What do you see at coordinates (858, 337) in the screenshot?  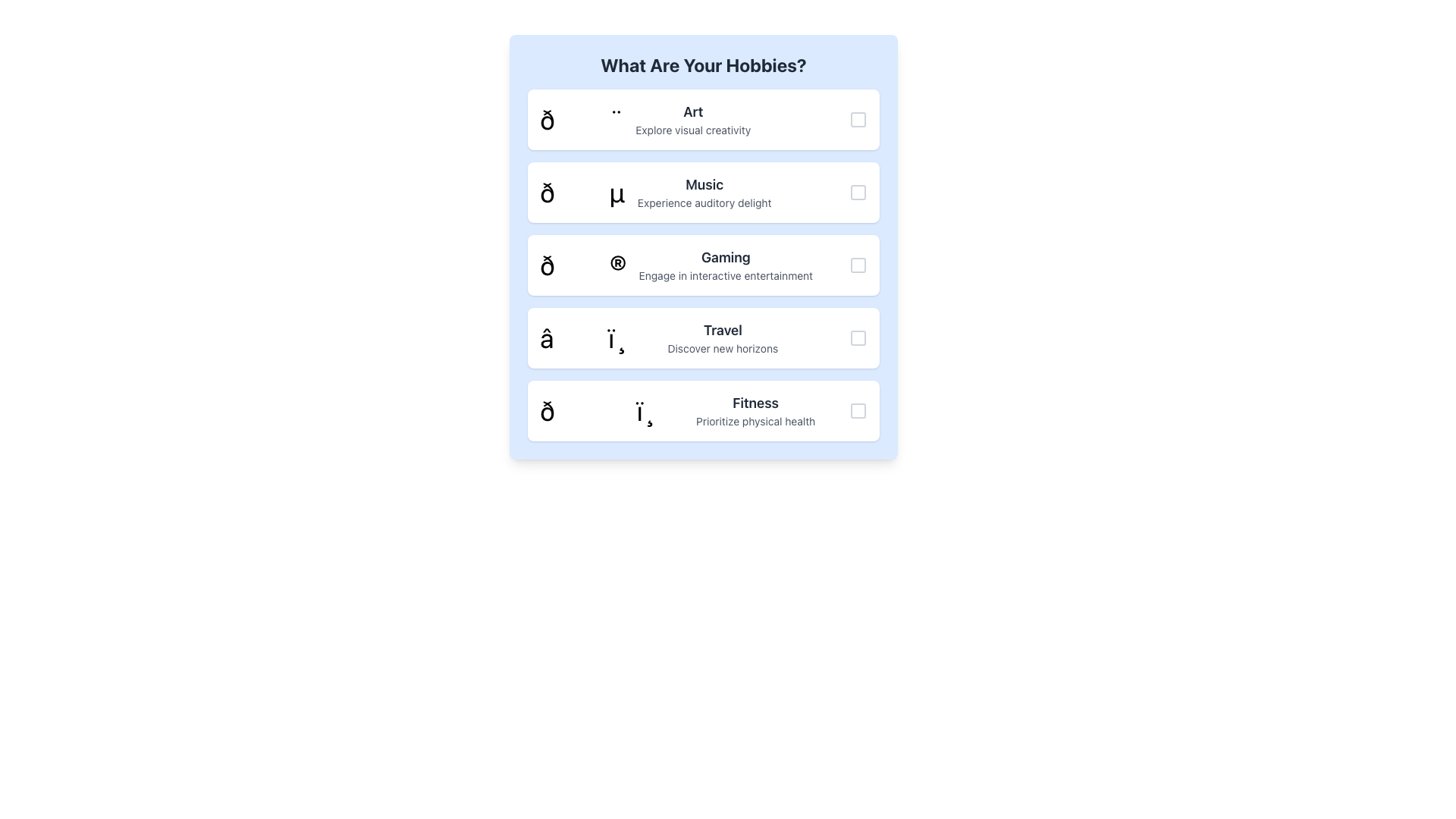 I see `the checkbox located in the top-right corner of the 'Travel' card` at bounding box center [858, 337].